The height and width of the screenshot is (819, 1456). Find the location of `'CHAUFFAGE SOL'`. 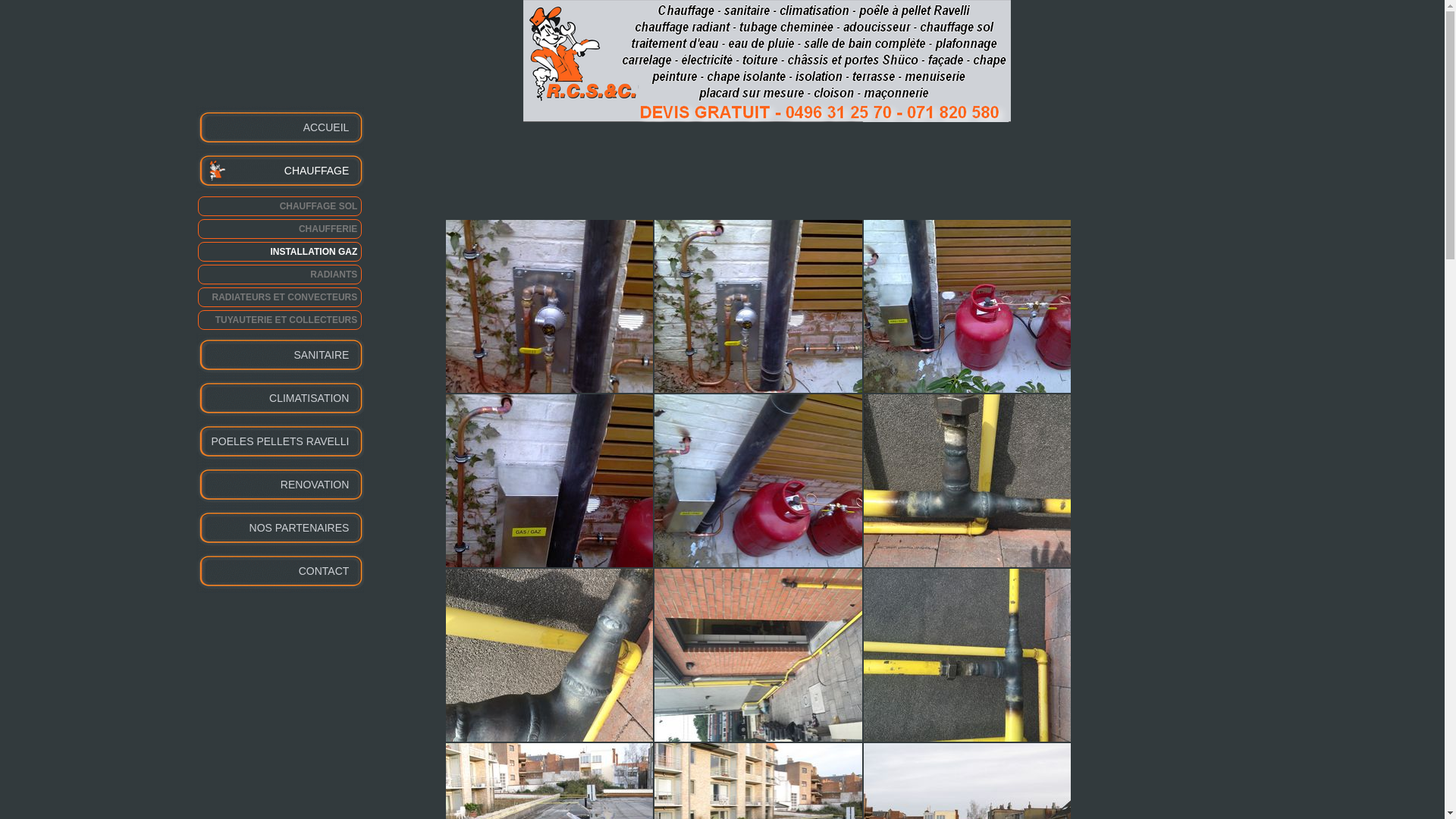

'CHAUFFAGE SOL' is located at coordinates (279, 206).